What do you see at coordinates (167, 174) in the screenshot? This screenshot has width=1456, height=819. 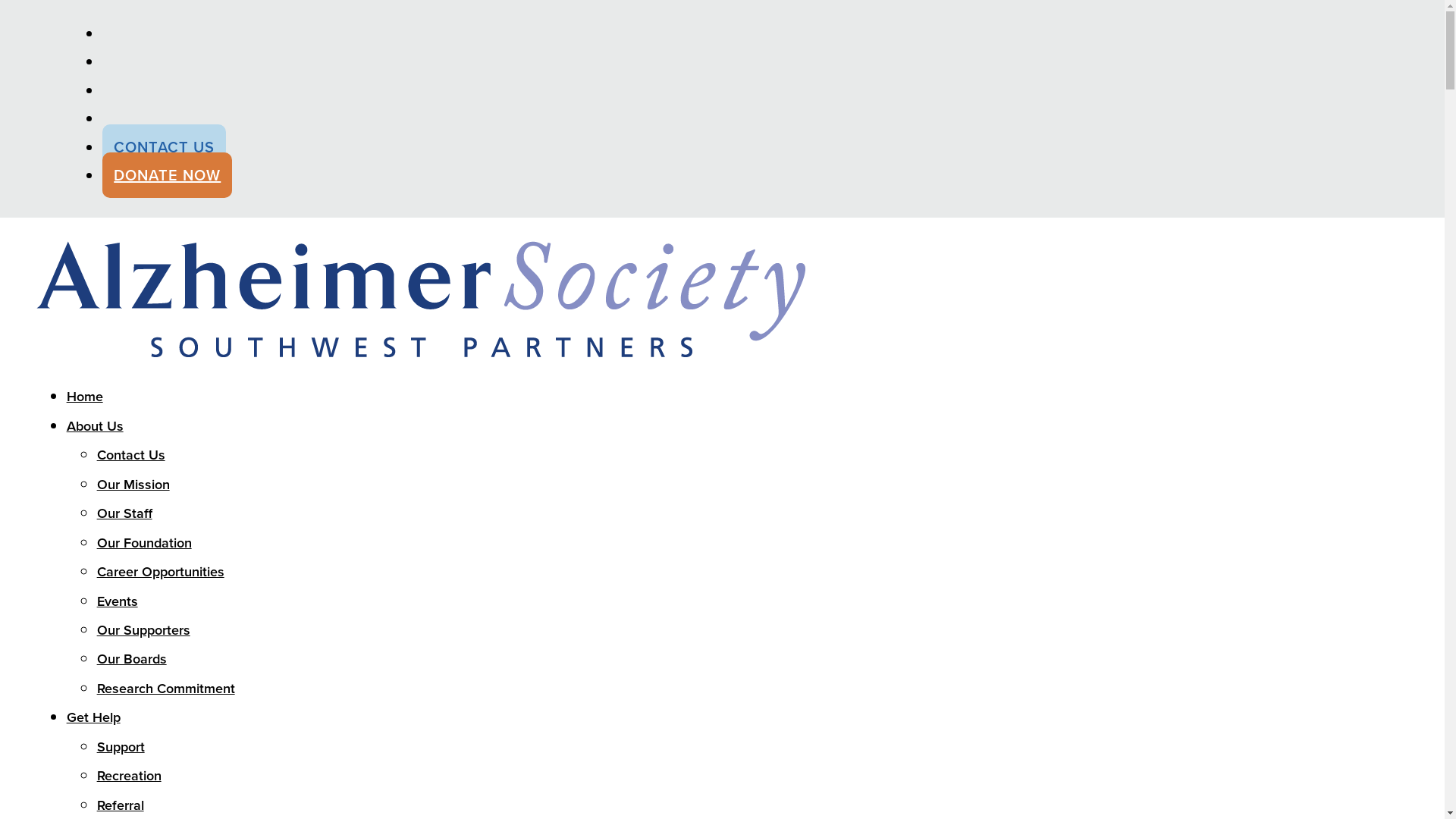 I see `'DONATE NOW'` at bounding box center [167, 174].